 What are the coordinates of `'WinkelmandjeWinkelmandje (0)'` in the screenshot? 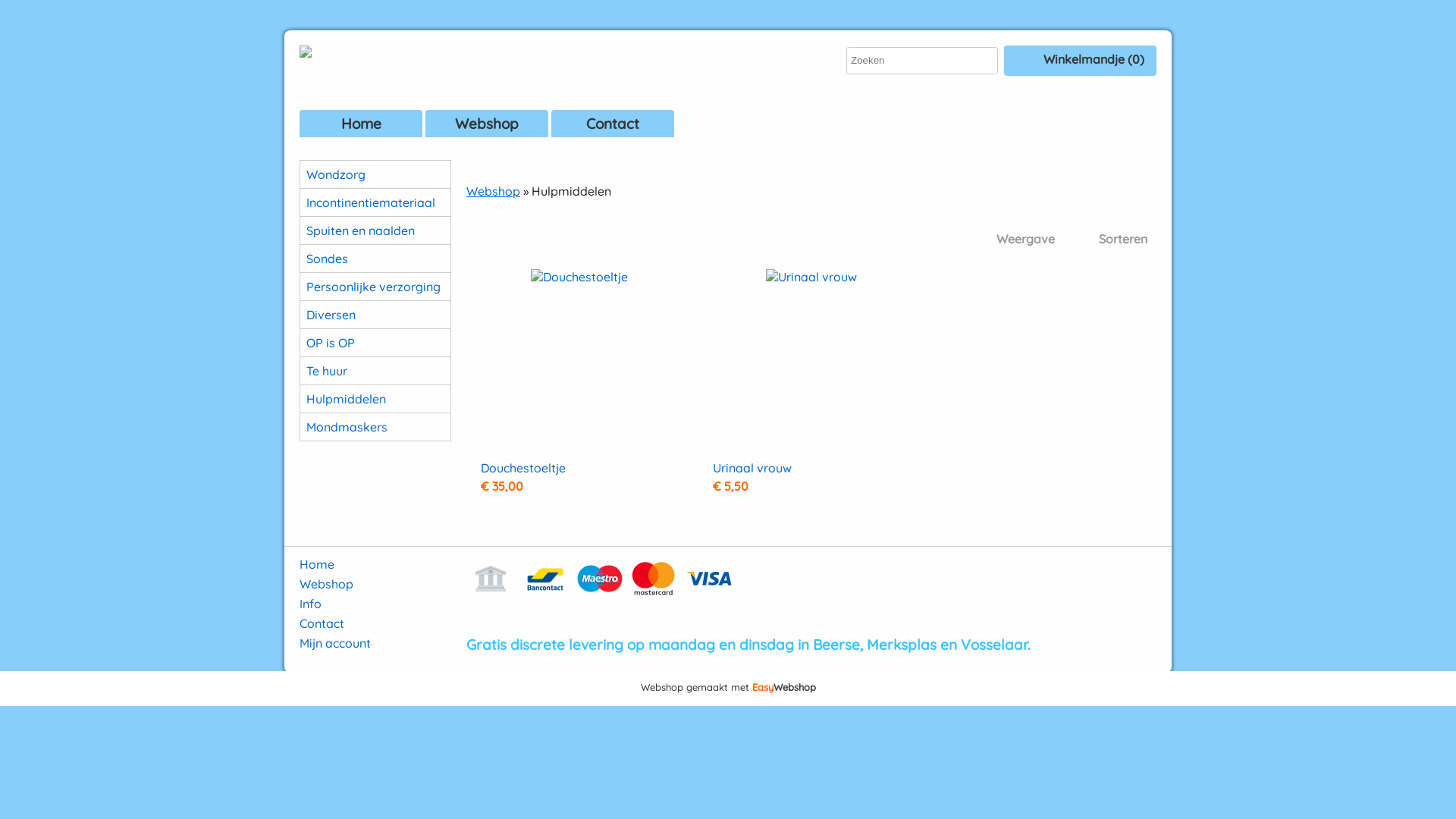 It's located at (1079, 60).